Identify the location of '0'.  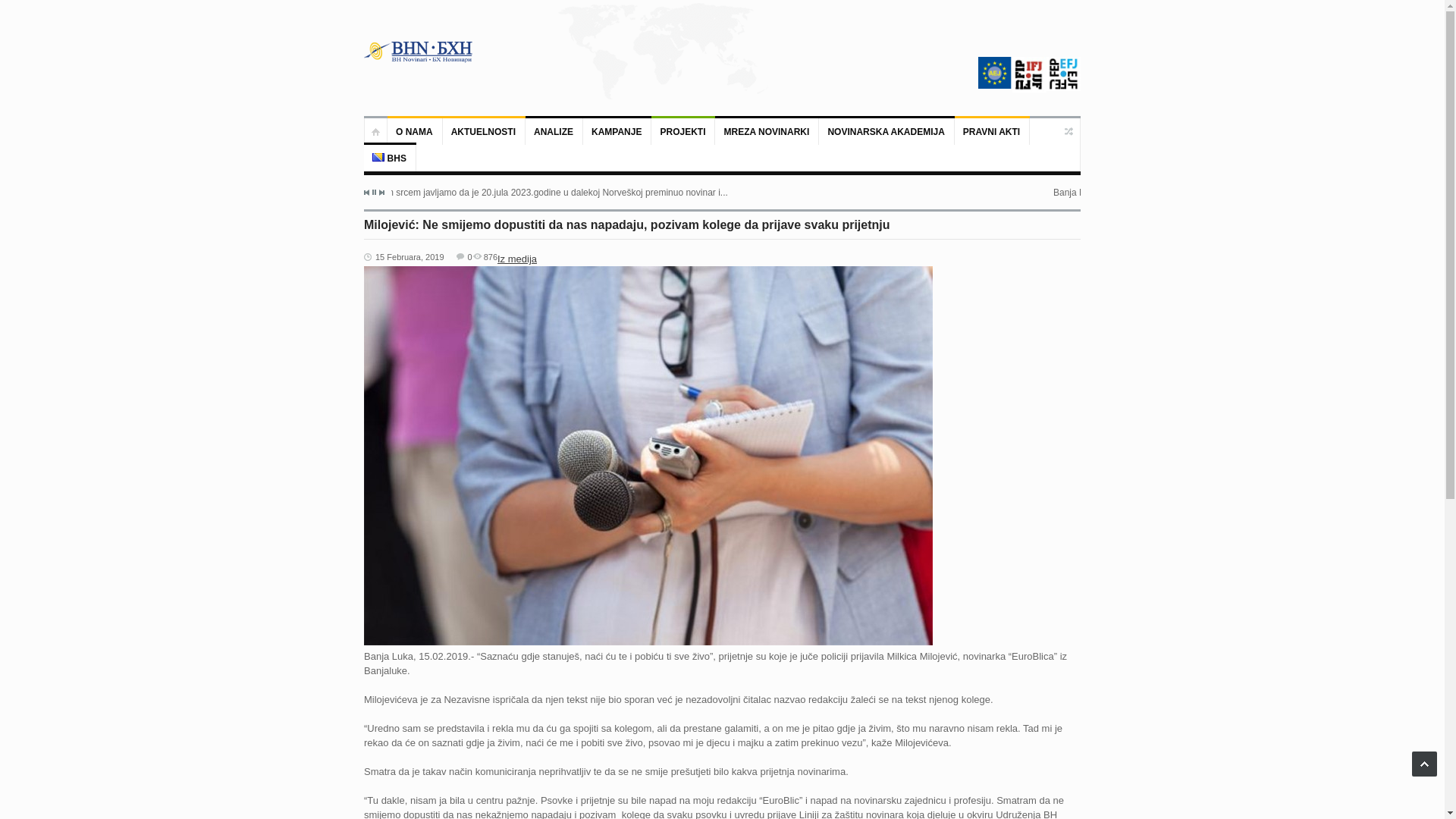
(455, 256).